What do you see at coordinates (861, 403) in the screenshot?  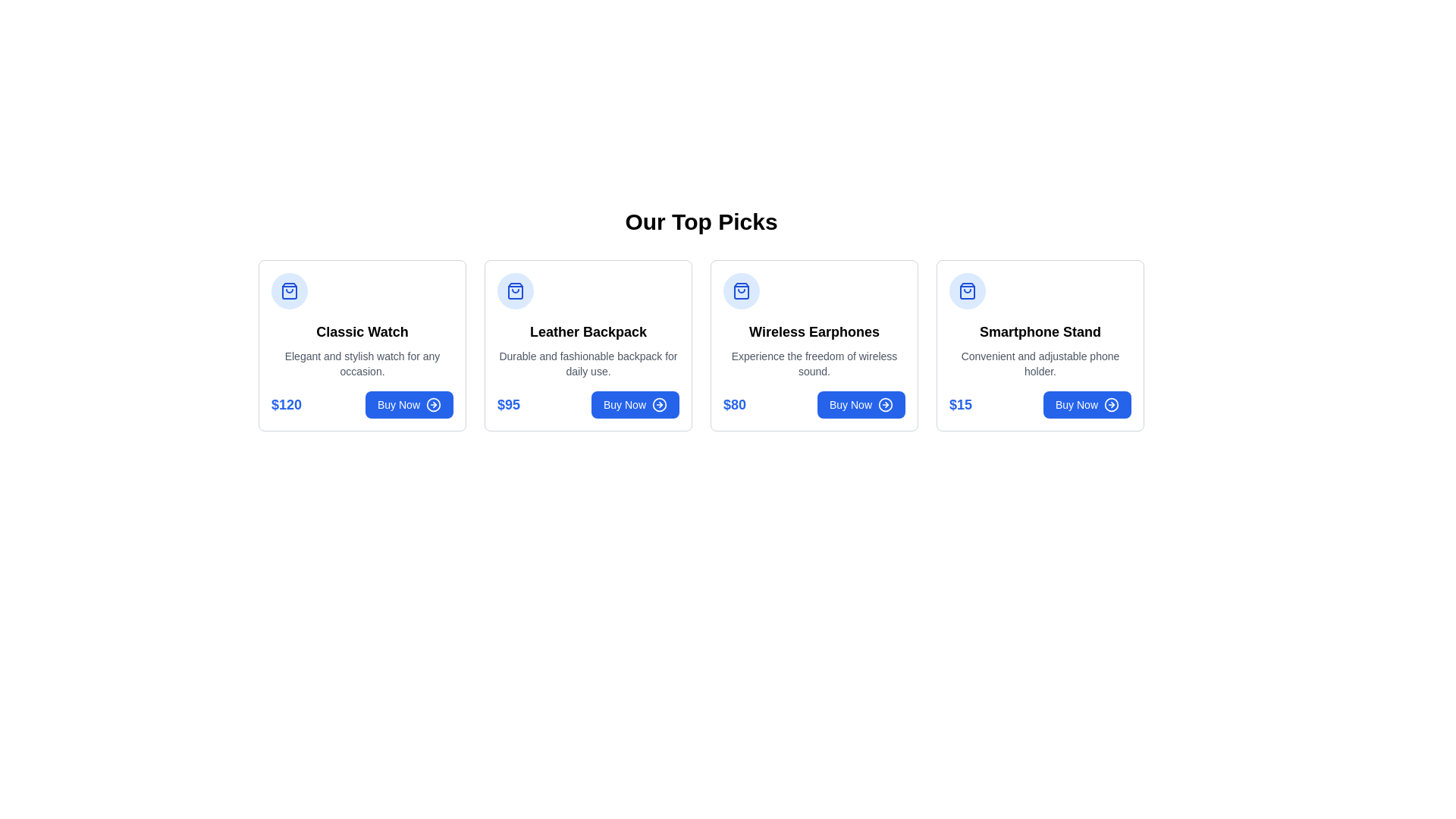 I see `the 'Buy Now' button with rounded edges, blue background, and white text to change its color` at bounding box center [861, 403].